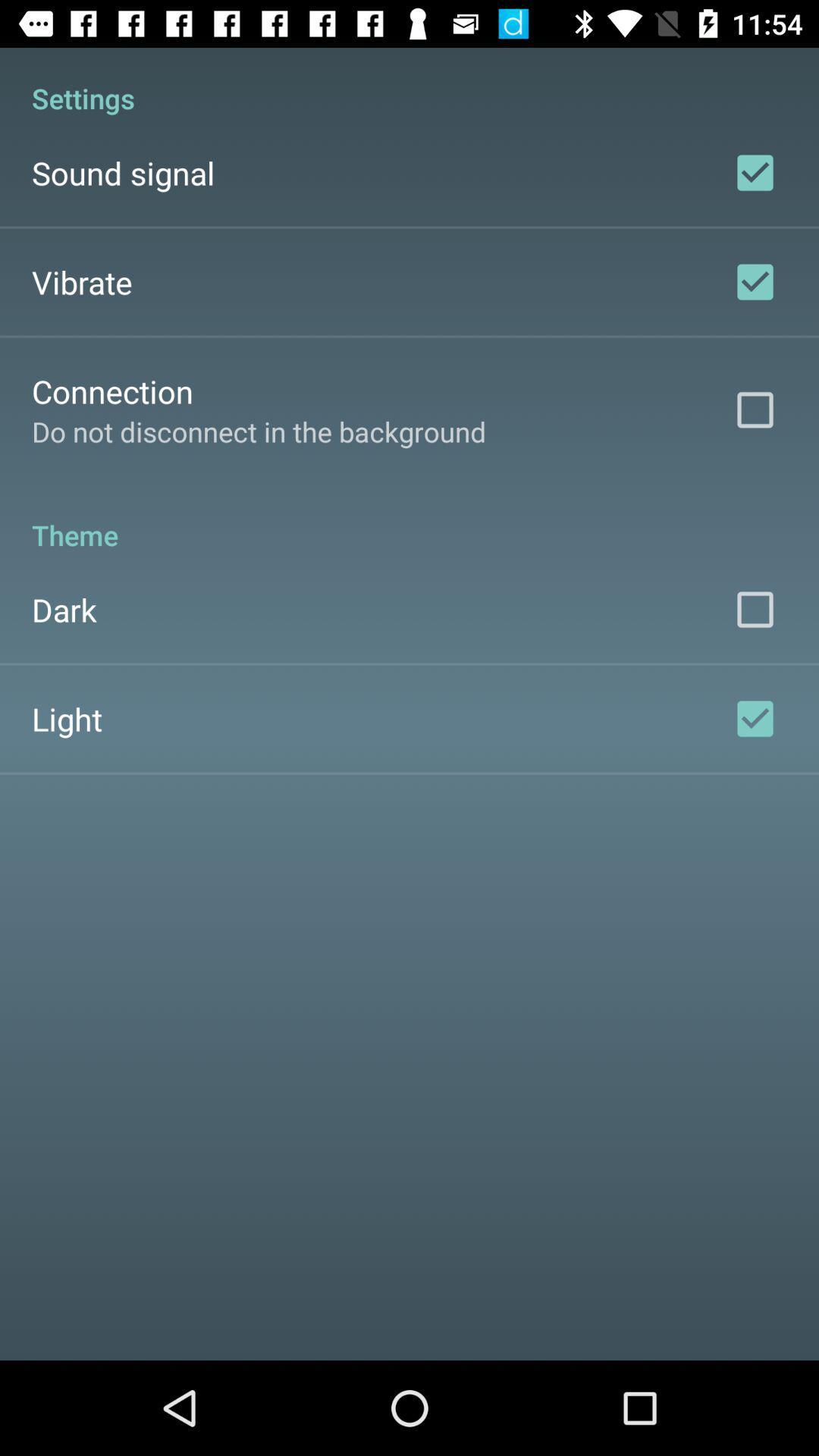 This screenshot has height=1456, width=819. What do you see at coordinates (111, 391) in the screenshot?
I see `item above do not disconnect app` at bounding box center [111, 391].